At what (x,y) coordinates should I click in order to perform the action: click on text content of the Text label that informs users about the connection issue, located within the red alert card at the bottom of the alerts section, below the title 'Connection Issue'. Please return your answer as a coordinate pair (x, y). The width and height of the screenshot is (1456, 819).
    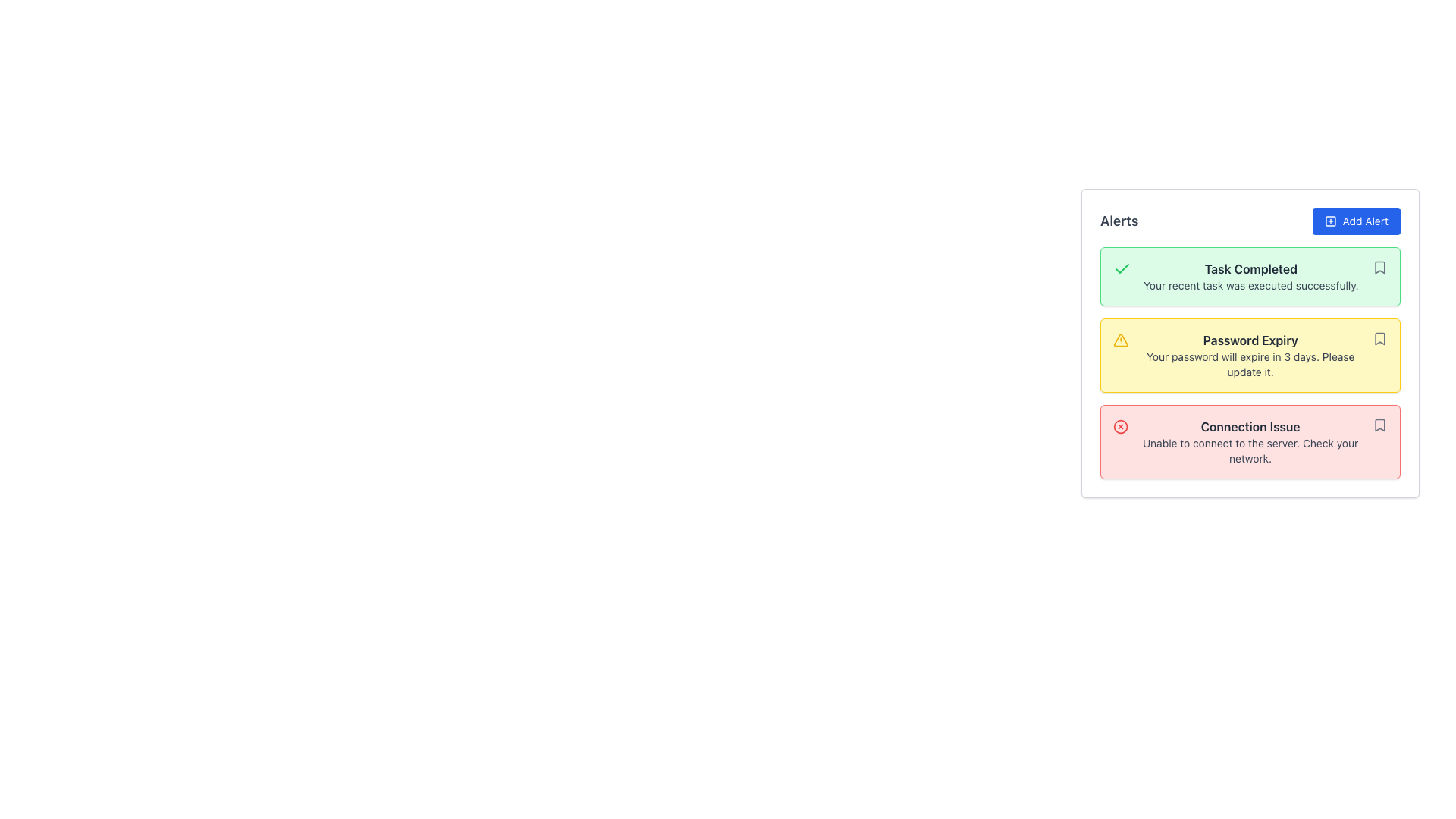
    Looking at the image, I should click on (1250, 450).